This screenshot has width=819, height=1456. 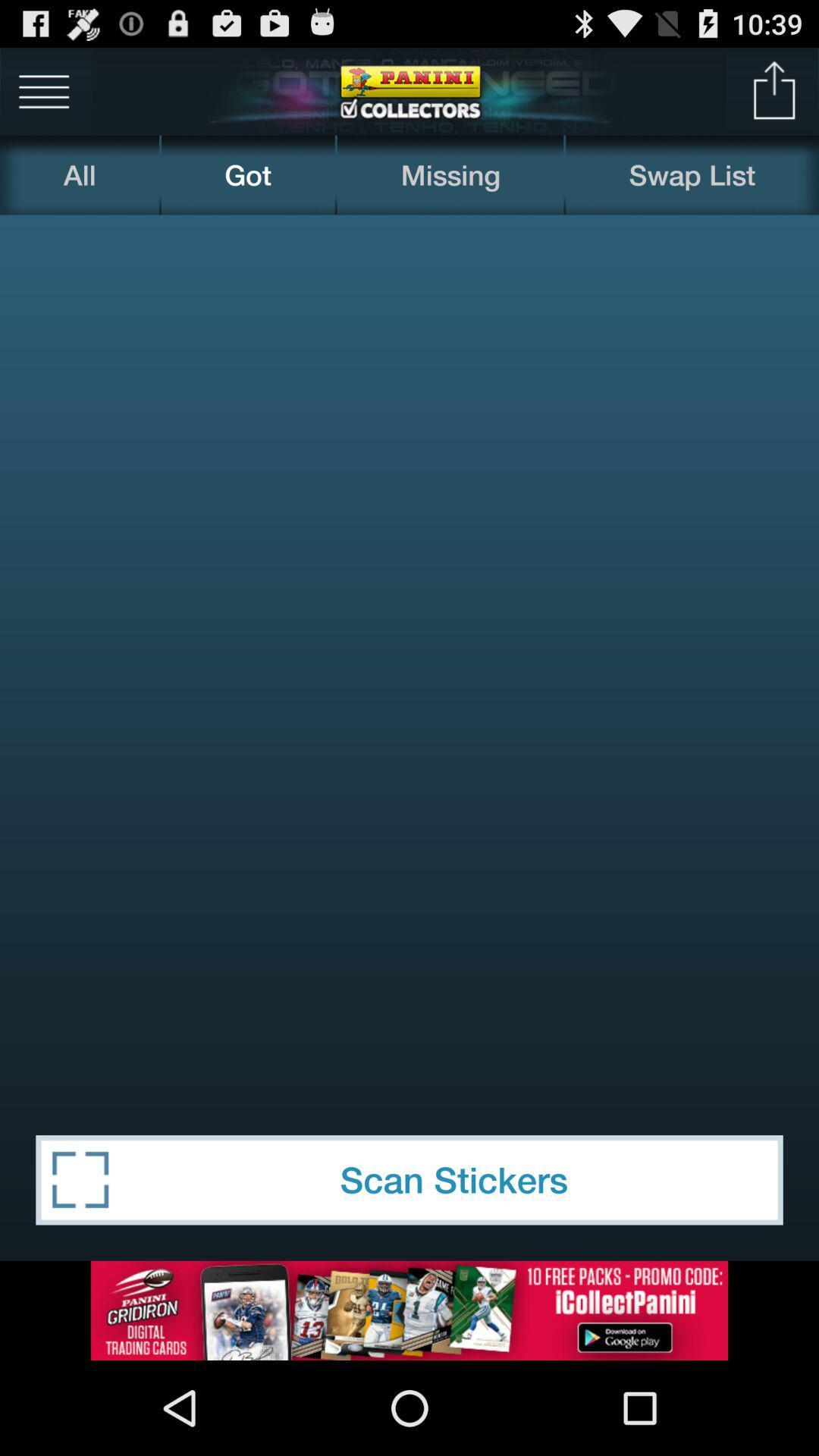 I want to click on the launch icon, so click(x=774, y=96).